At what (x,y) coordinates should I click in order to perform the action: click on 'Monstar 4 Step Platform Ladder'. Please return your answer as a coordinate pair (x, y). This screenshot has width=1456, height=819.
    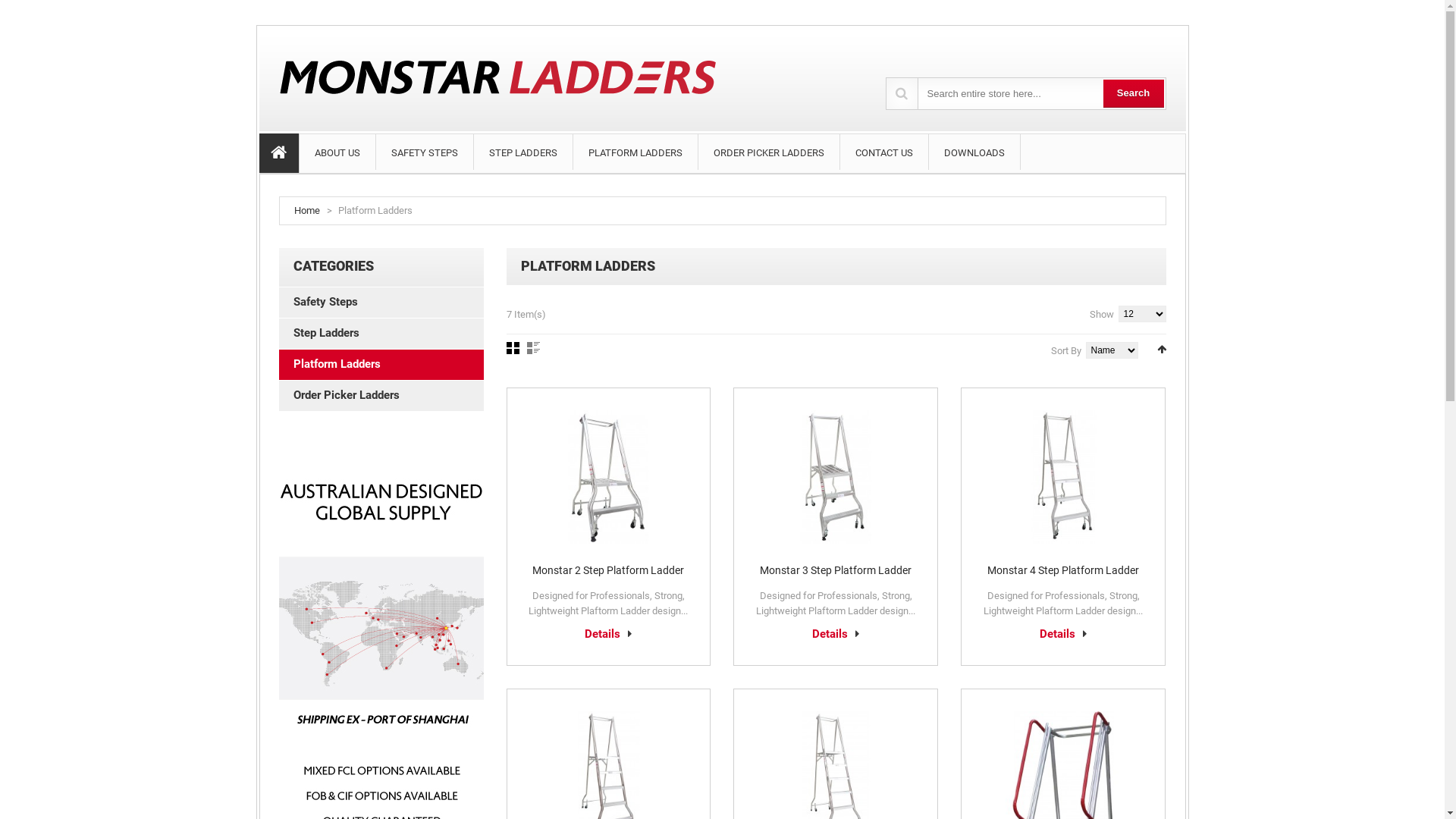
    Looking at the image, I should click on (1062, 570).